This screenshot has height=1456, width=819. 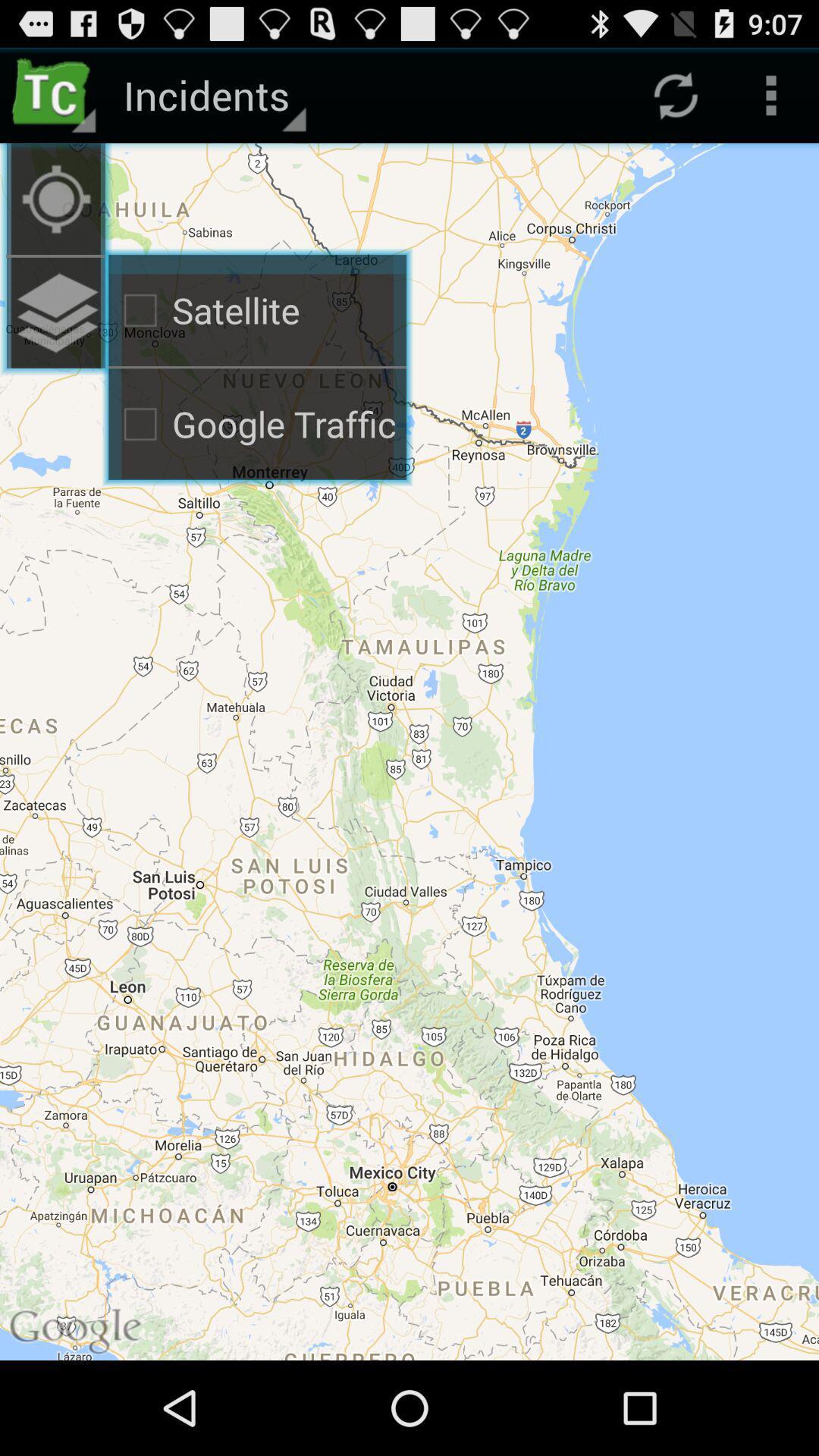 I want to click on icon to the left of the incidents, so click(x=55, y=94).